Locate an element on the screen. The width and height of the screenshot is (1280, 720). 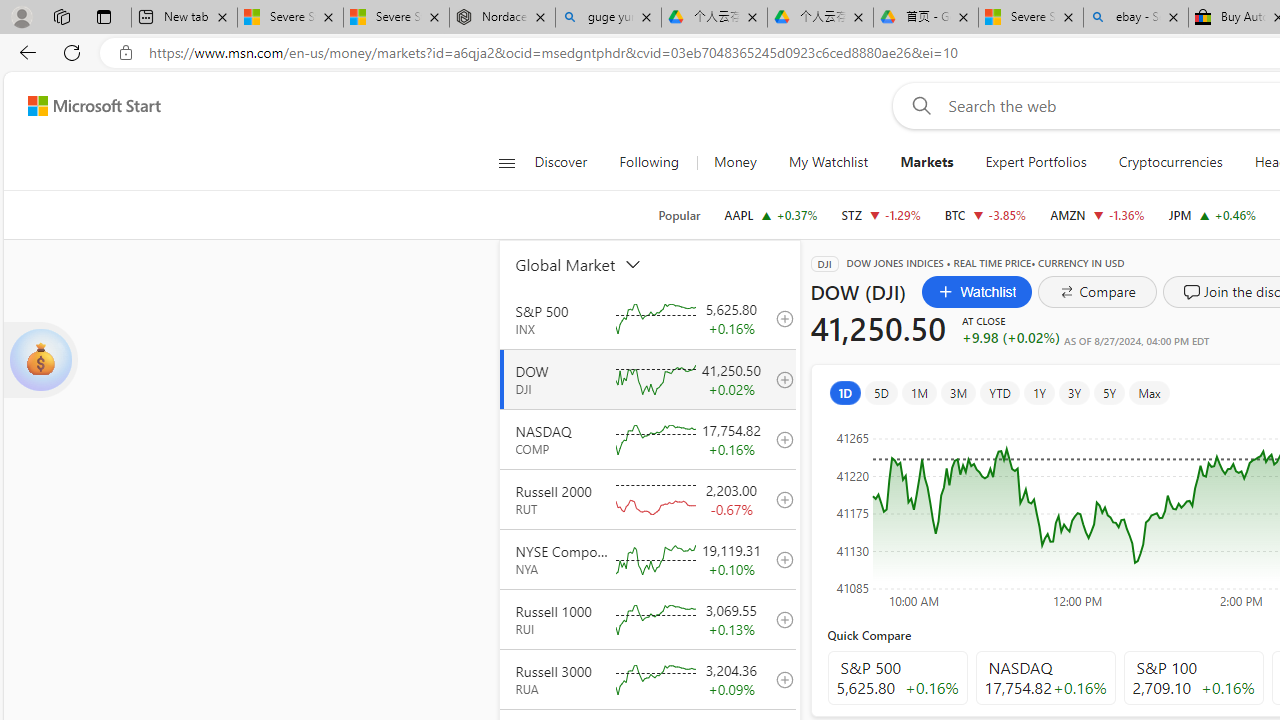
'Markets' is located at coordinates (925, 162).